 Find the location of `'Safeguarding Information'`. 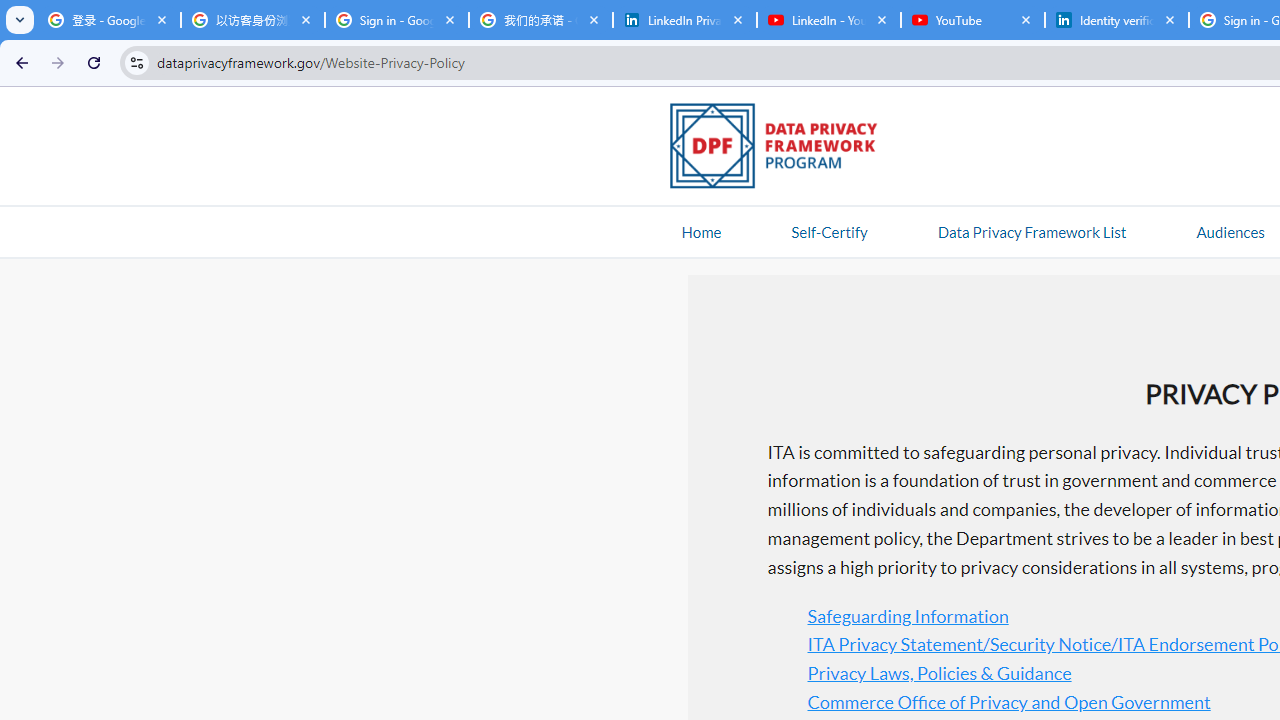

'Safeguarding Information' is located at coordinates (906, 614).